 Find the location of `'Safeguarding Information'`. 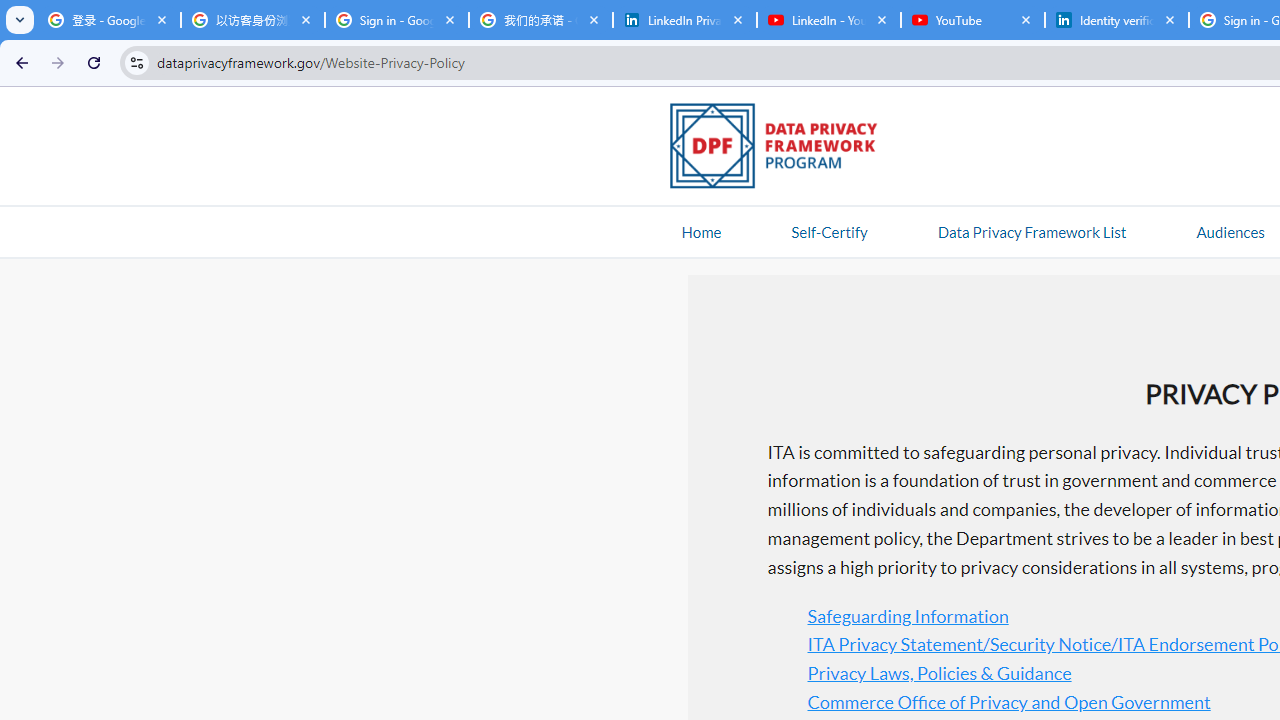

'Safeguarding Information' is located at coordinates (906, 614).